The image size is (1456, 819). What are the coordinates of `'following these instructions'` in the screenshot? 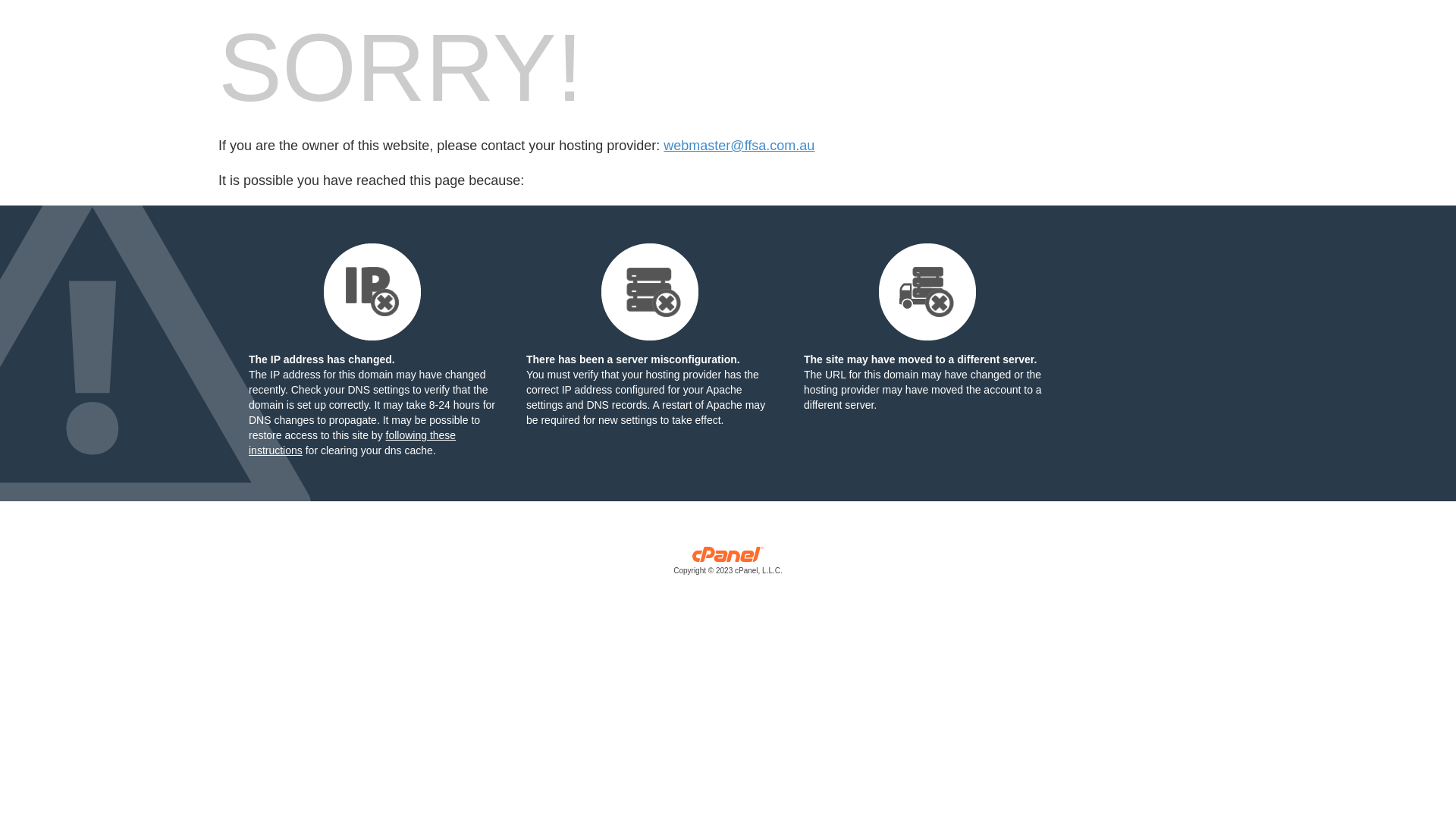 It's located at (351, 442).